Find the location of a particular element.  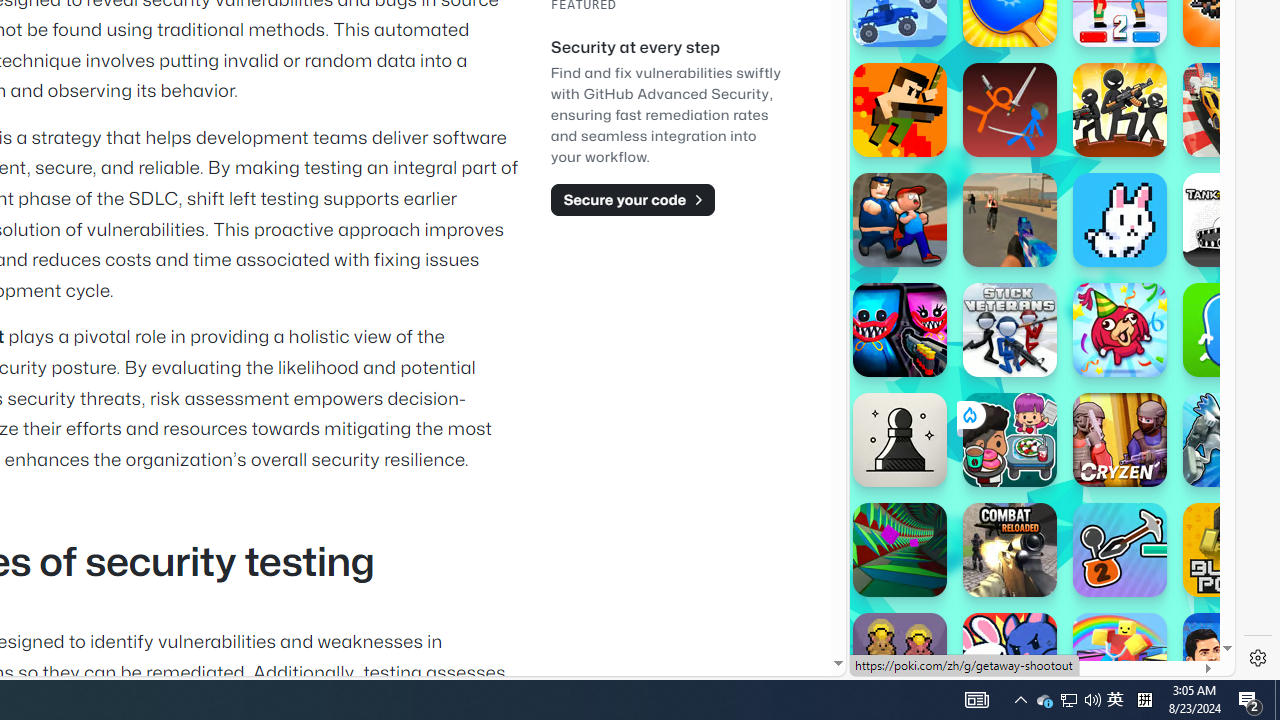

'Stick Veterans Stick Veterans' is located at coordinates (1009, 329).